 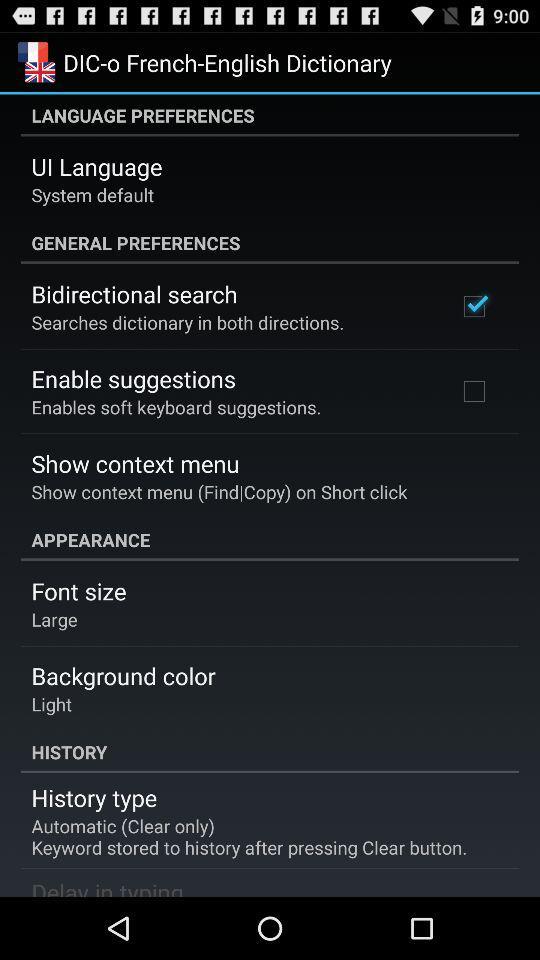 What do you see at coordinates (249, 836) in the screenshot?
I see `the automatic clear only app` at bounding box center [249, 836].